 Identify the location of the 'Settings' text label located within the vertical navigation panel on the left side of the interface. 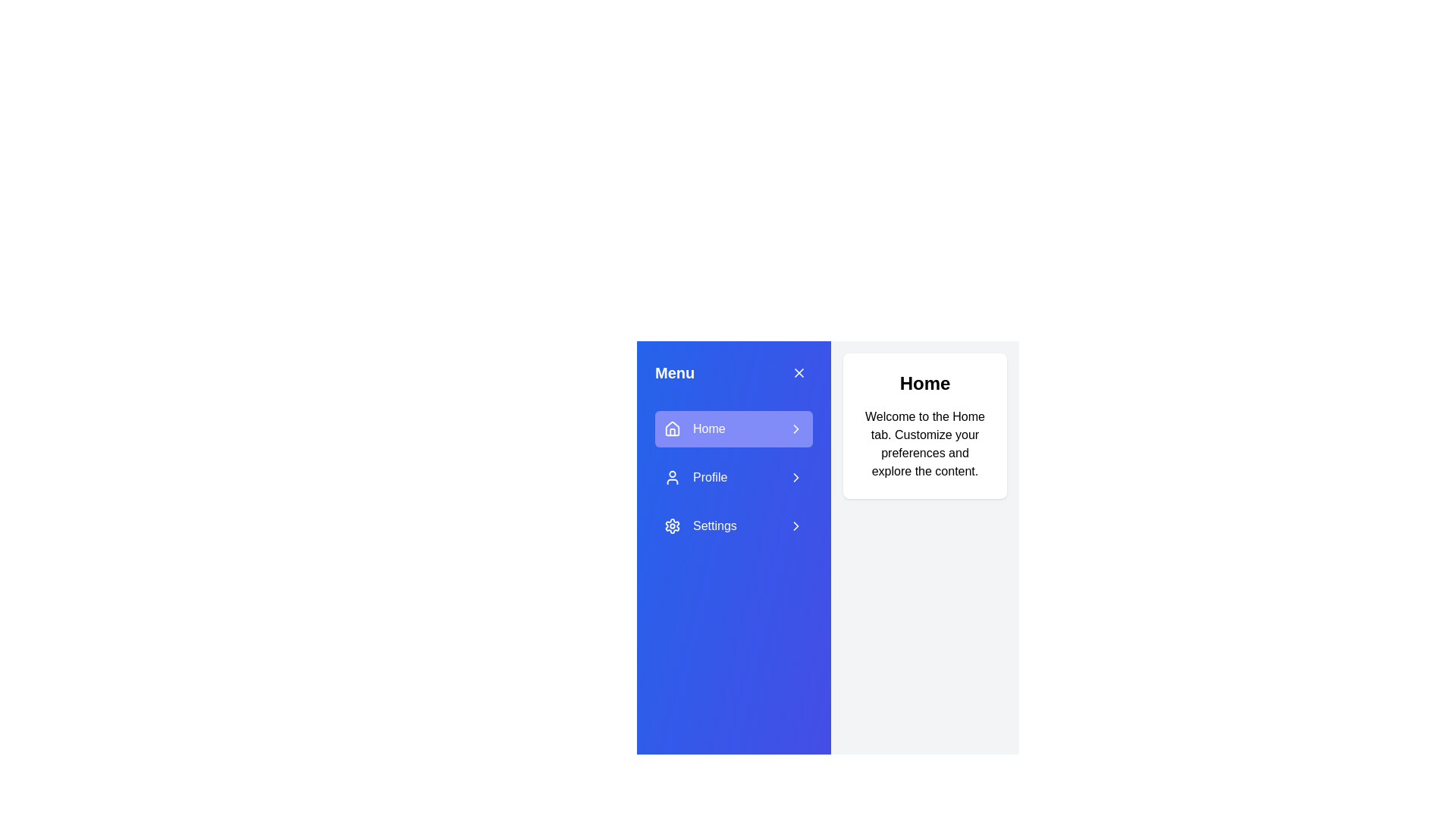
(714, 526).